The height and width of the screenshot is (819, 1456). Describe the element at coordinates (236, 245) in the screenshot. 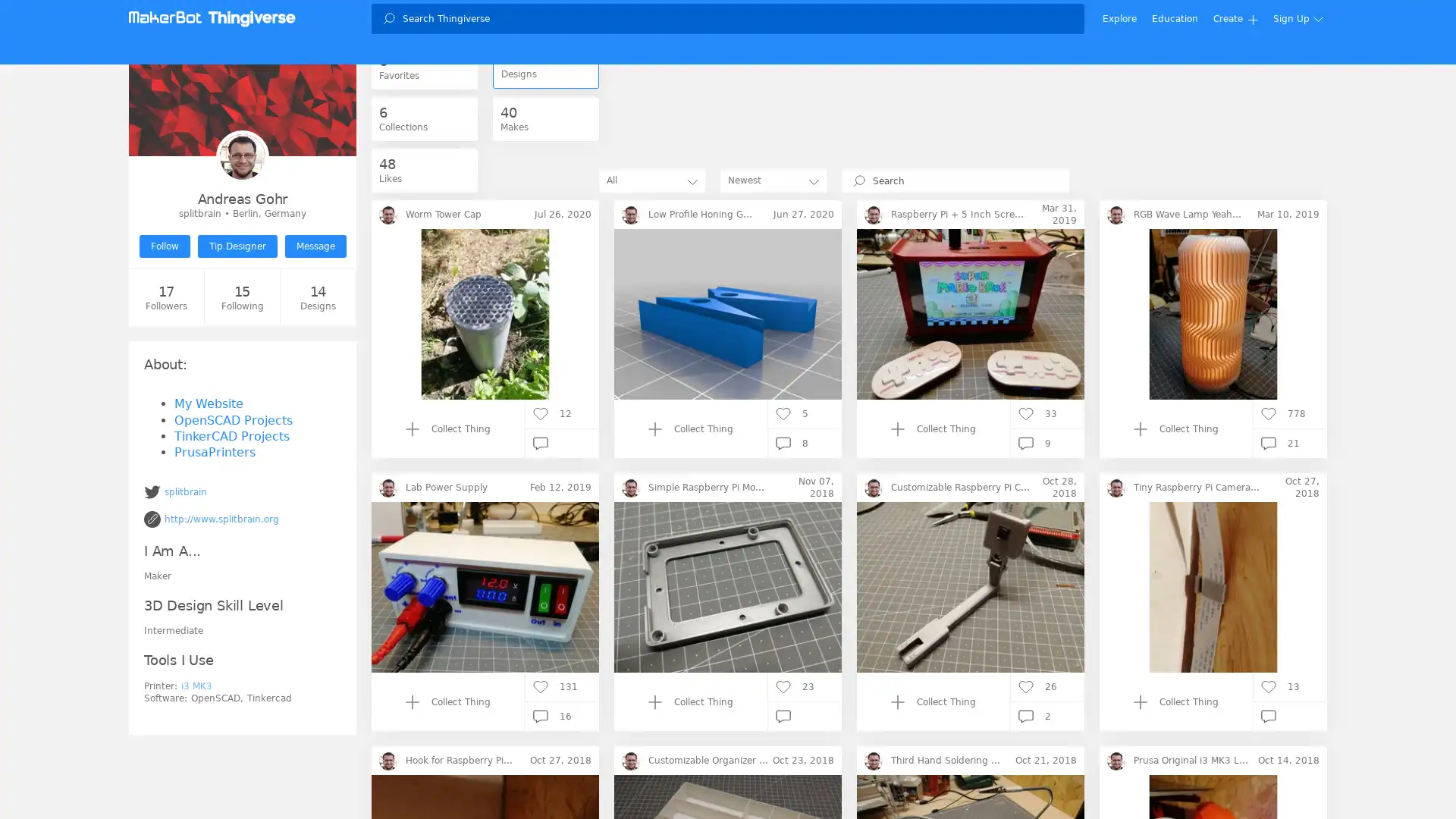

I see `Tip Designer` at that location.